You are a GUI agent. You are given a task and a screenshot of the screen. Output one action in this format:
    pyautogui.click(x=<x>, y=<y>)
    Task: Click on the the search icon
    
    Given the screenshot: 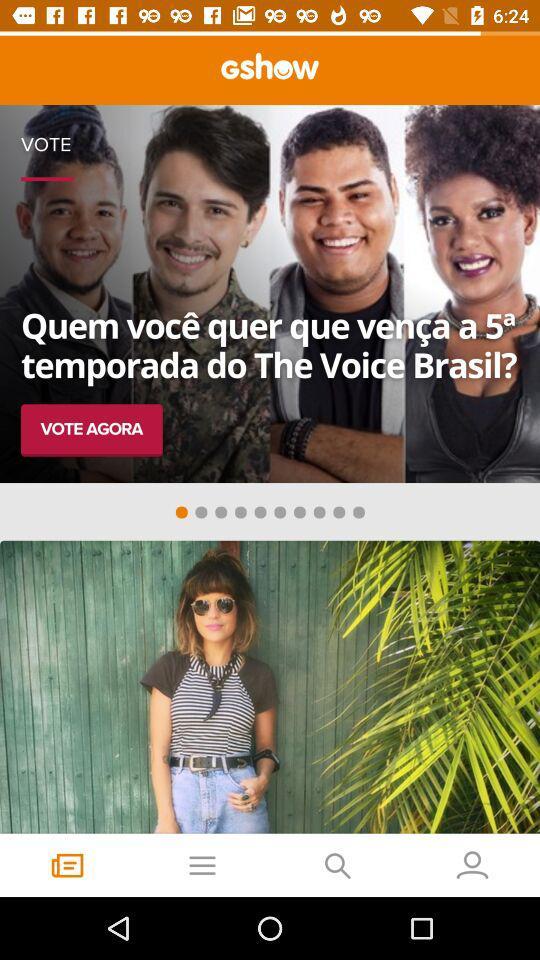 What is the action you would take?
    pyautogui.click(x=337, y=864)
    